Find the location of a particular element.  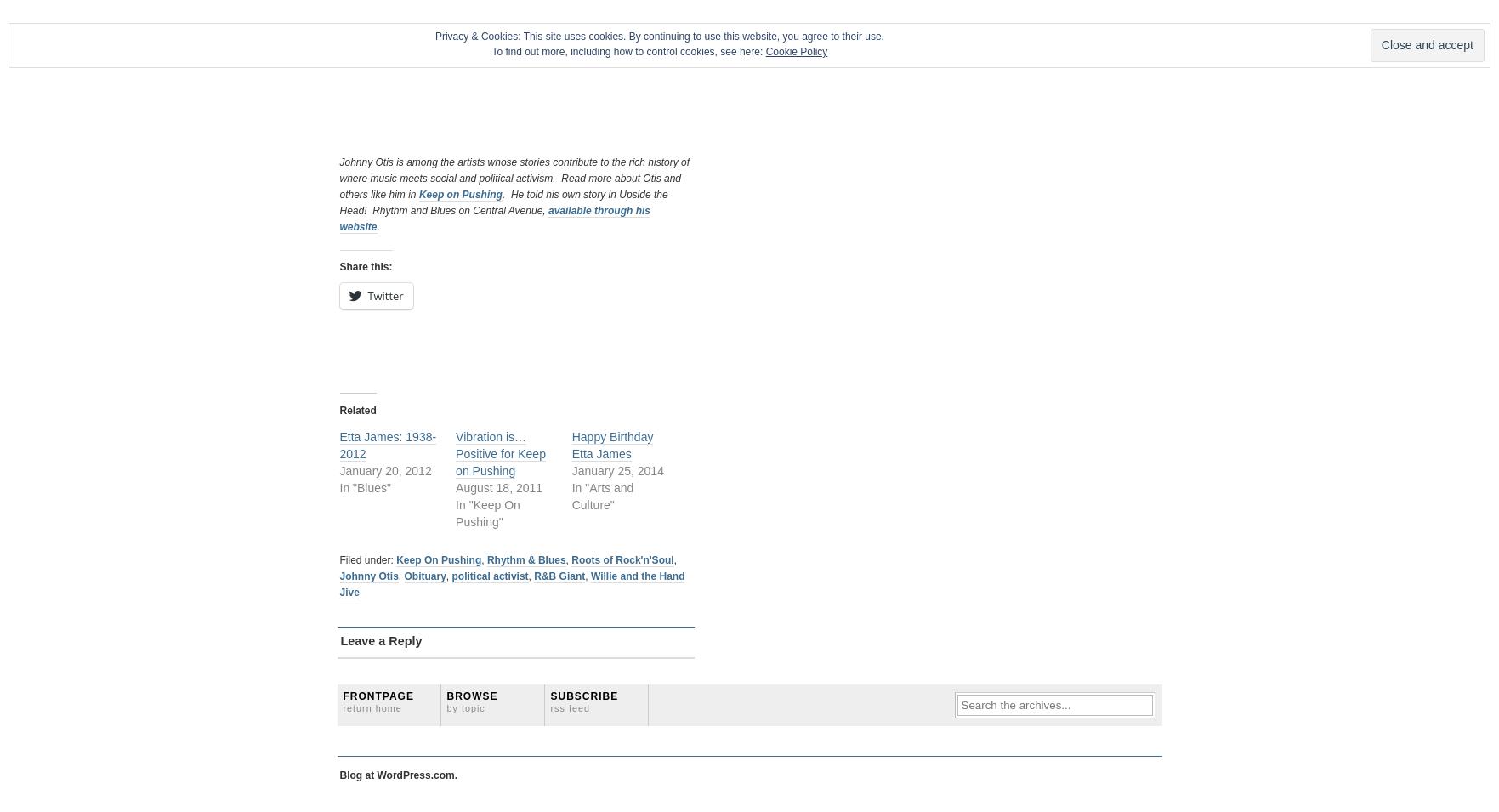

'available through his website' is located at coordinates (338, 219).